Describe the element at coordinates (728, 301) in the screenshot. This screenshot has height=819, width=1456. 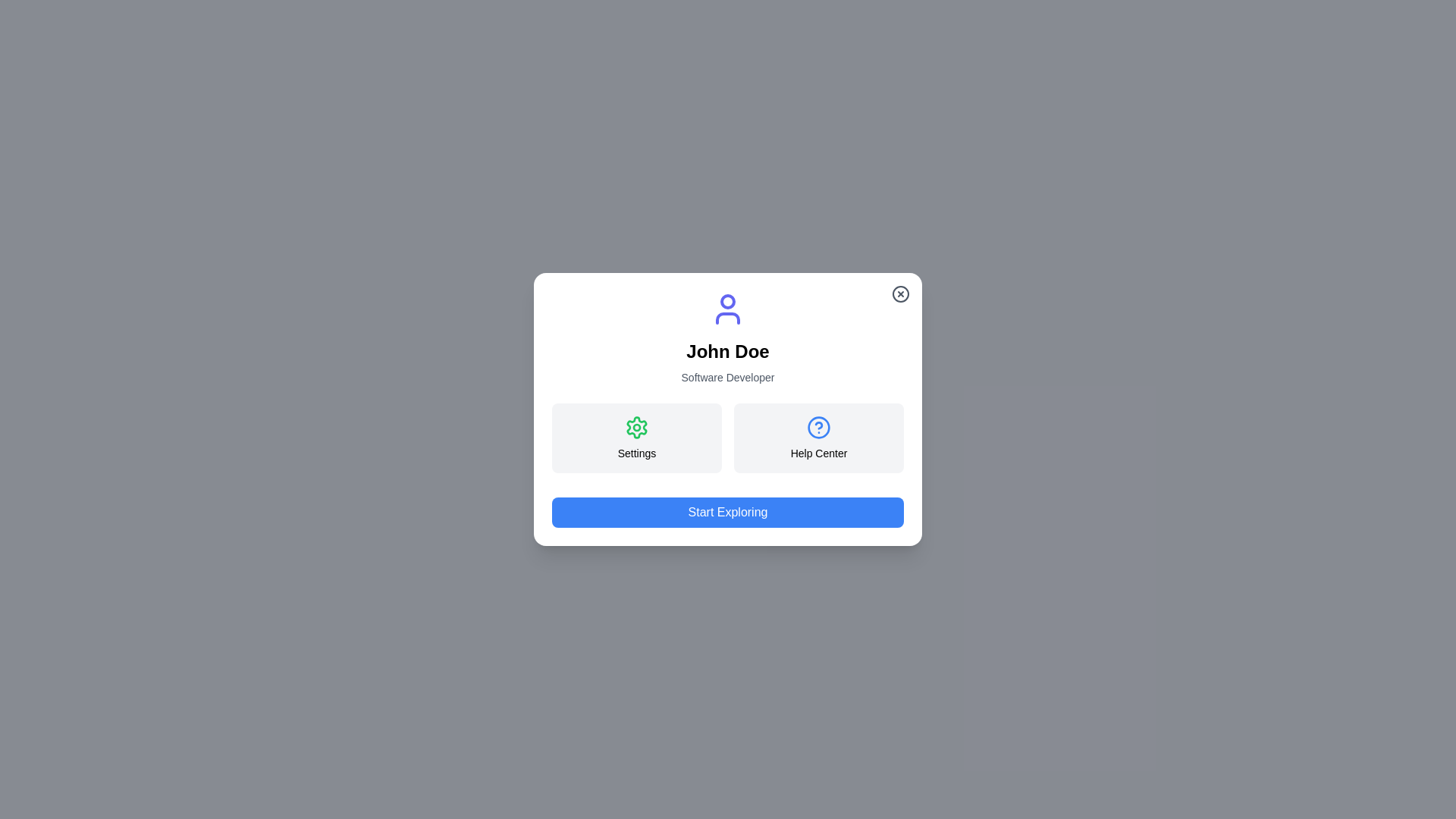
I see `the circular icon element representing the user profile, which is styled with a blue stroke and located at the top center of the user profile graphic` at that location.